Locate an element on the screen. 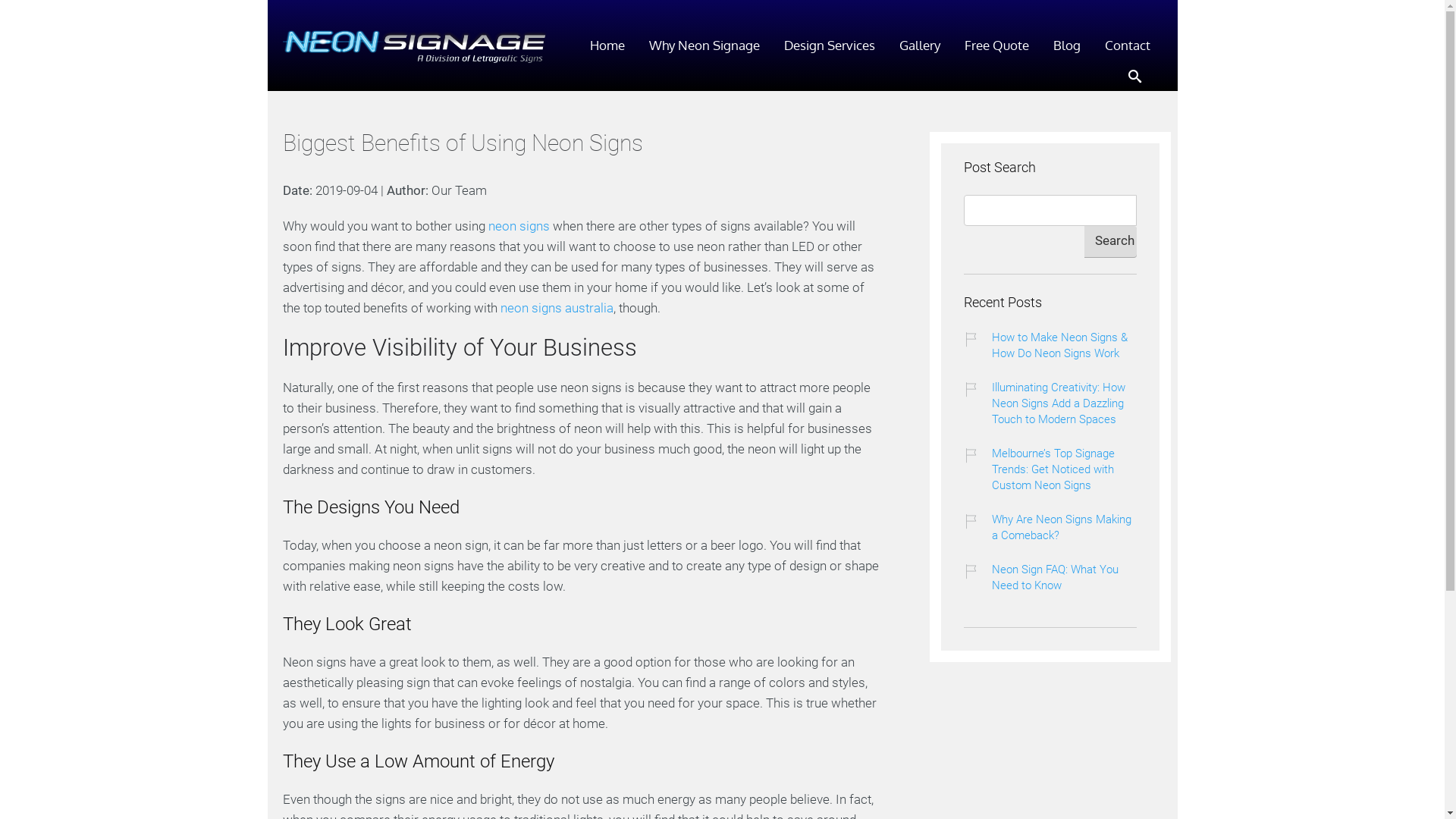 Image resolution: width=1456 pixels, height=819 pixels. 'Why Are Neon Signs Making a Comeback?' is located at coordinates (1063, 526).